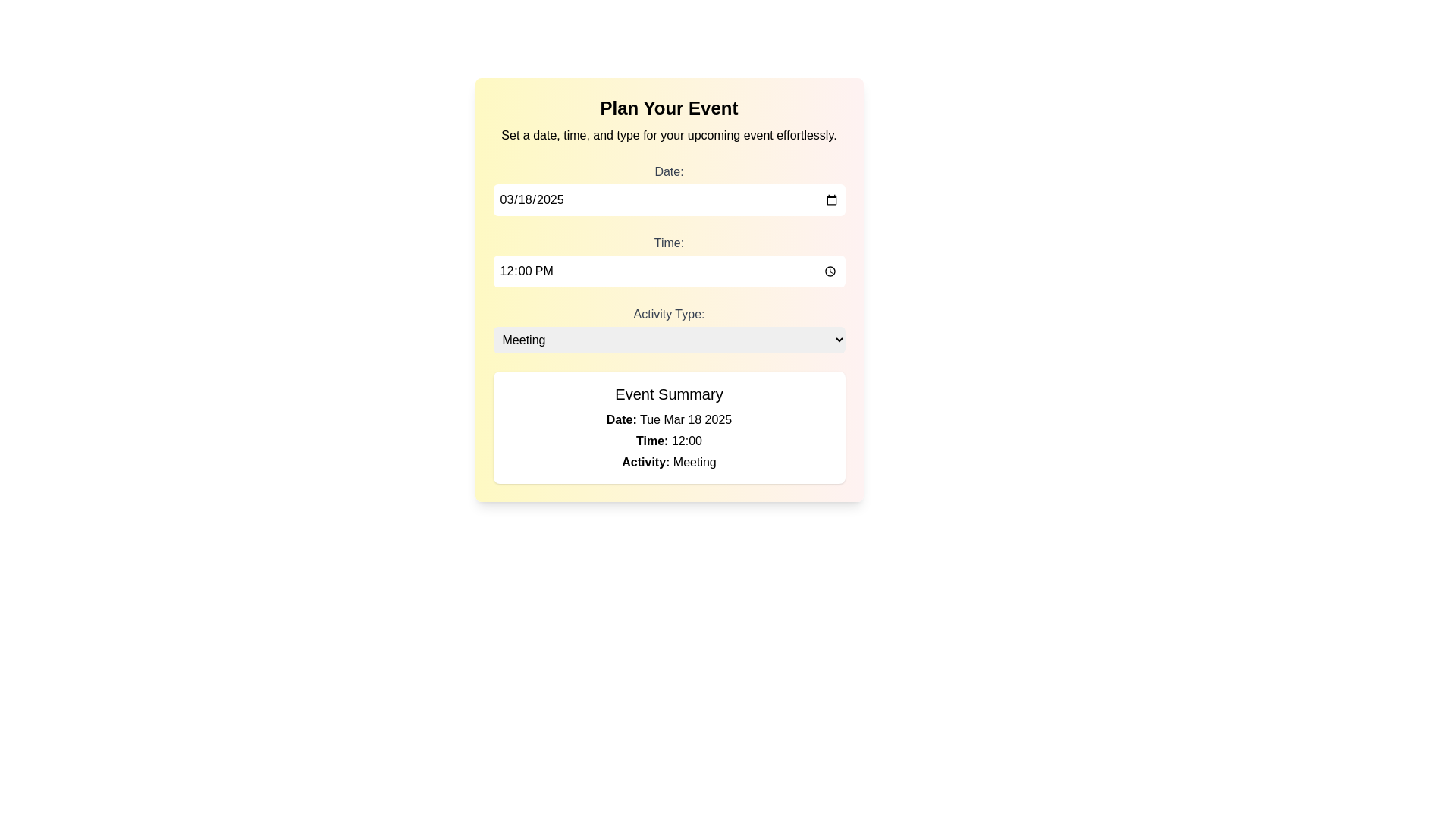 Image resolution: width=1456 pixels, height=819 pixels. Describe the element at coordinates (668, 199) in the screenshot. I see `the Date input field by tabbing to it, which is located directly under the 'Date:' label` at that location.